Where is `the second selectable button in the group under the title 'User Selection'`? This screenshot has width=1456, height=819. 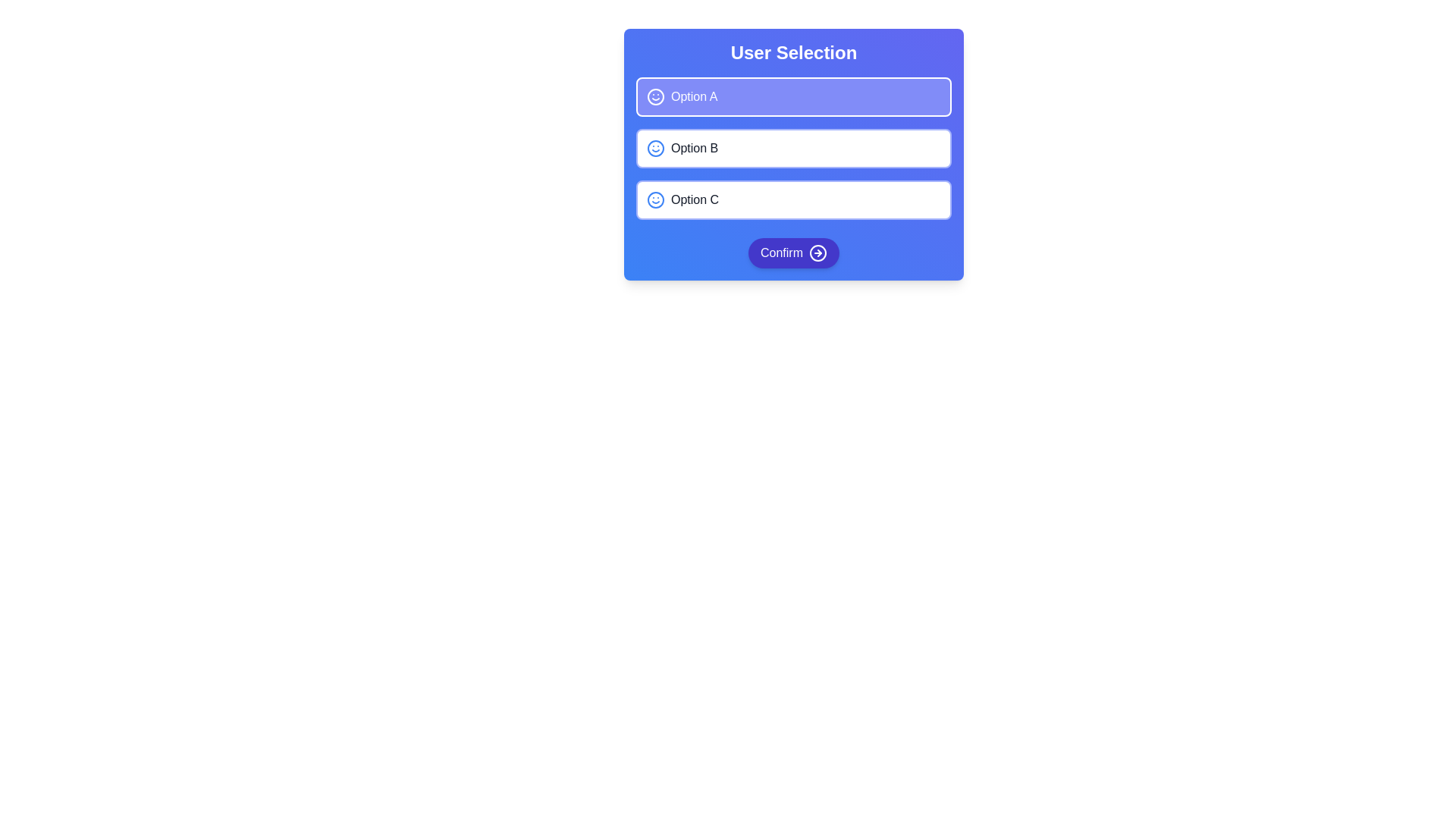
the second selectable button in the group under the title 'User Selection' is located at coordinates (792, 149).